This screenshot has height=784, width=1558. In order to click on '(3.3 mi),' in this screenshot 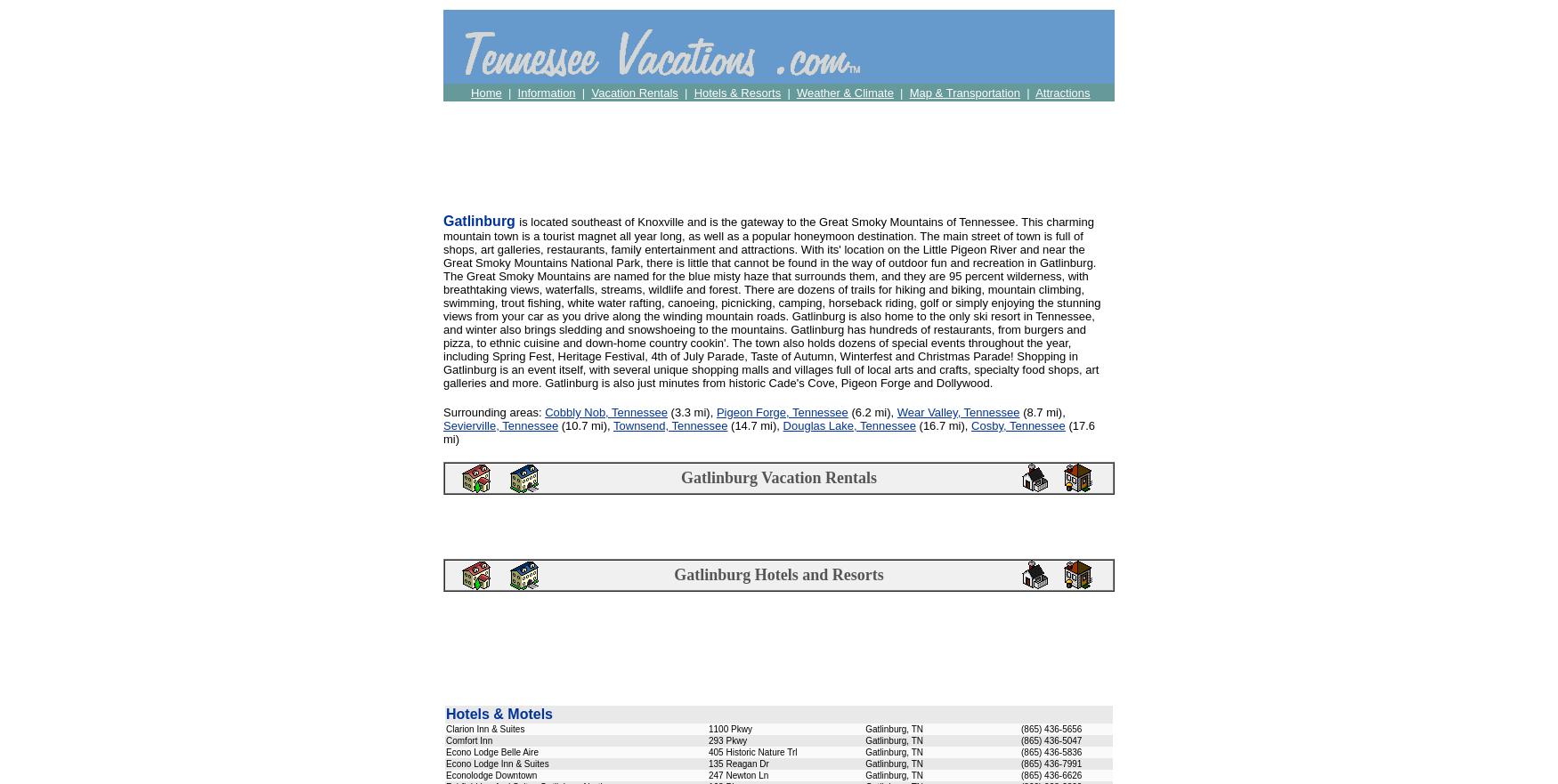, I will do `click(690, 412)`.